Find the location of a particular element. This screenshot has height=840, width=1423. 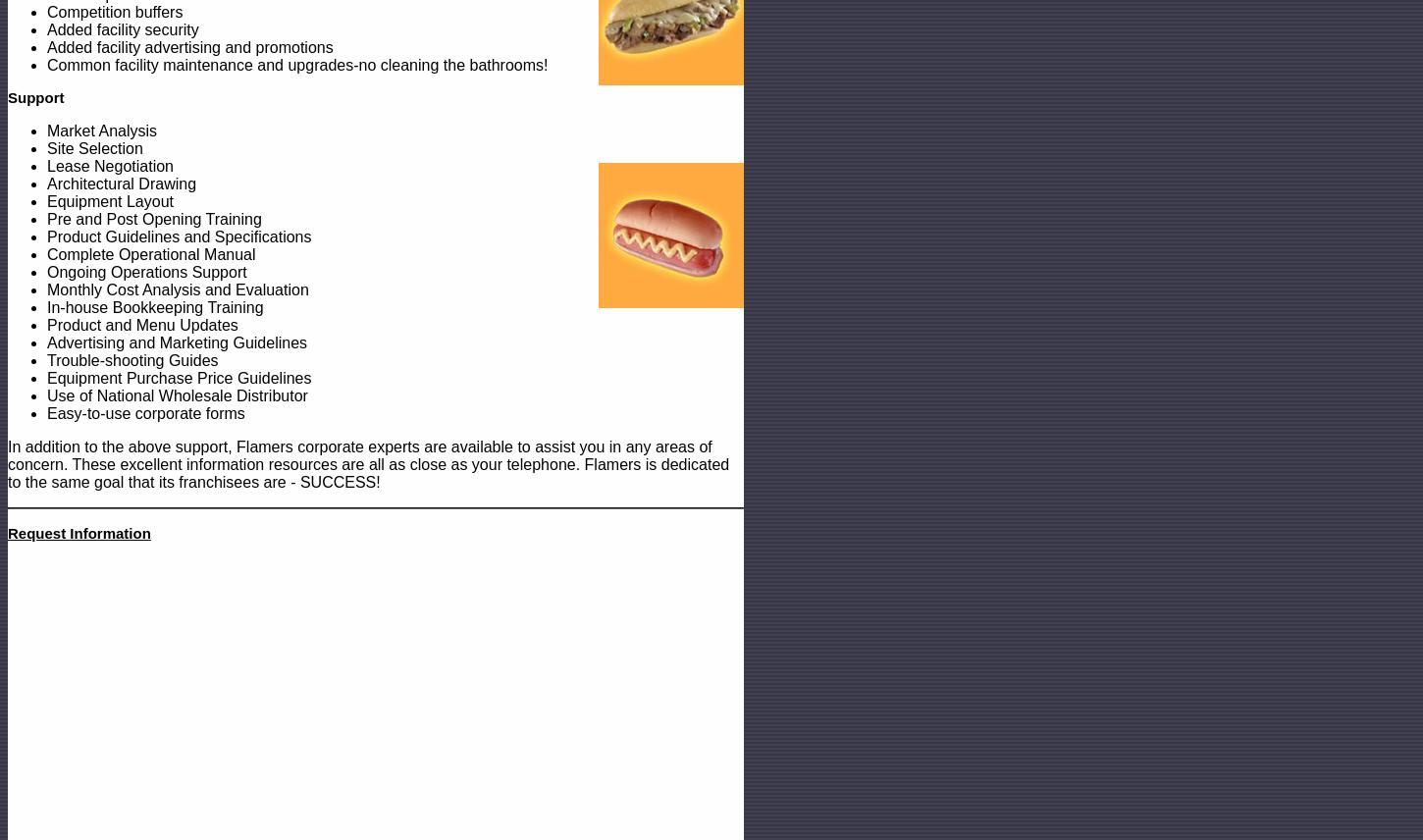

'In-house Bookkeeping Training' is located at coordinates (154, 307).